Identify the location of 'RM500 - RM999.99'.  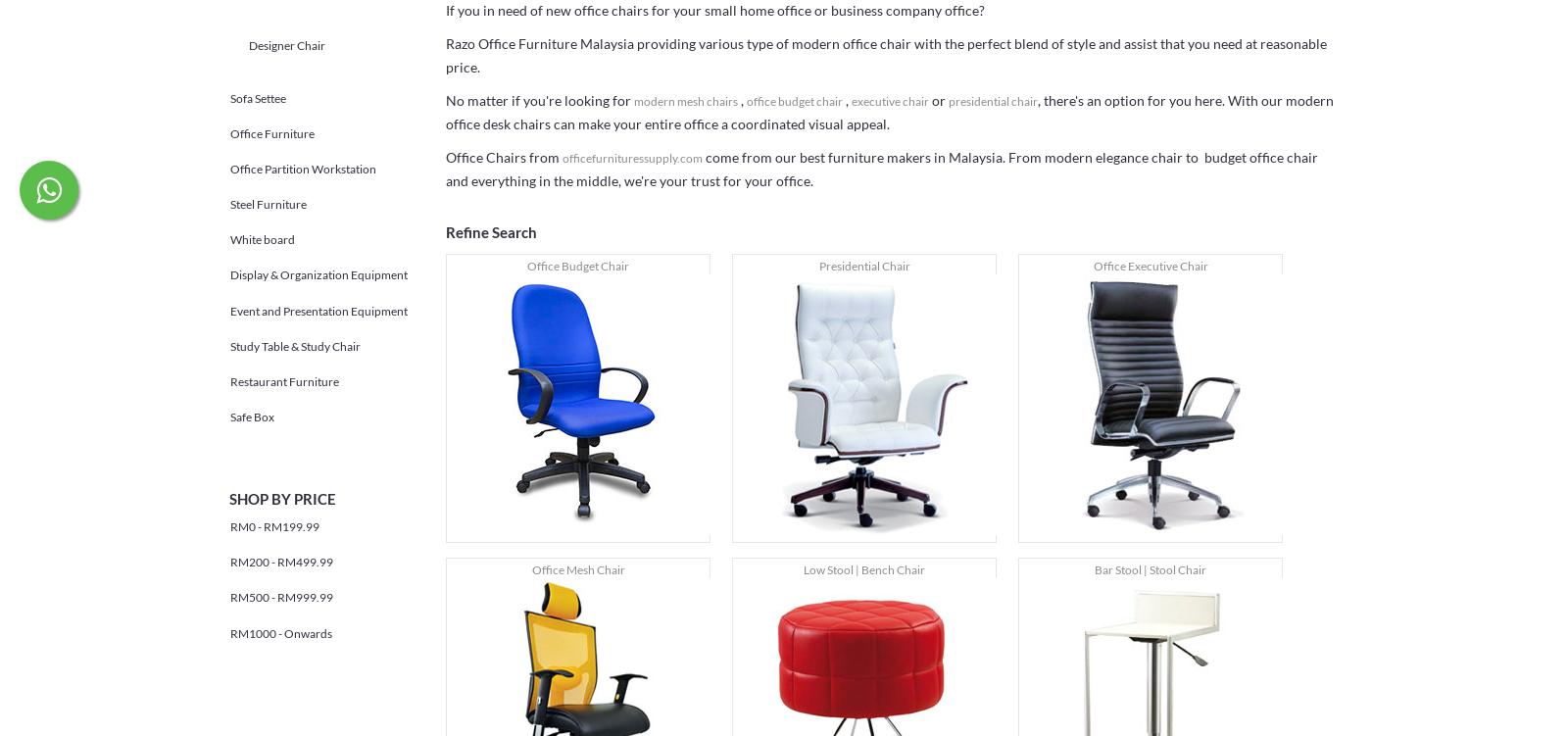
(281, 597).